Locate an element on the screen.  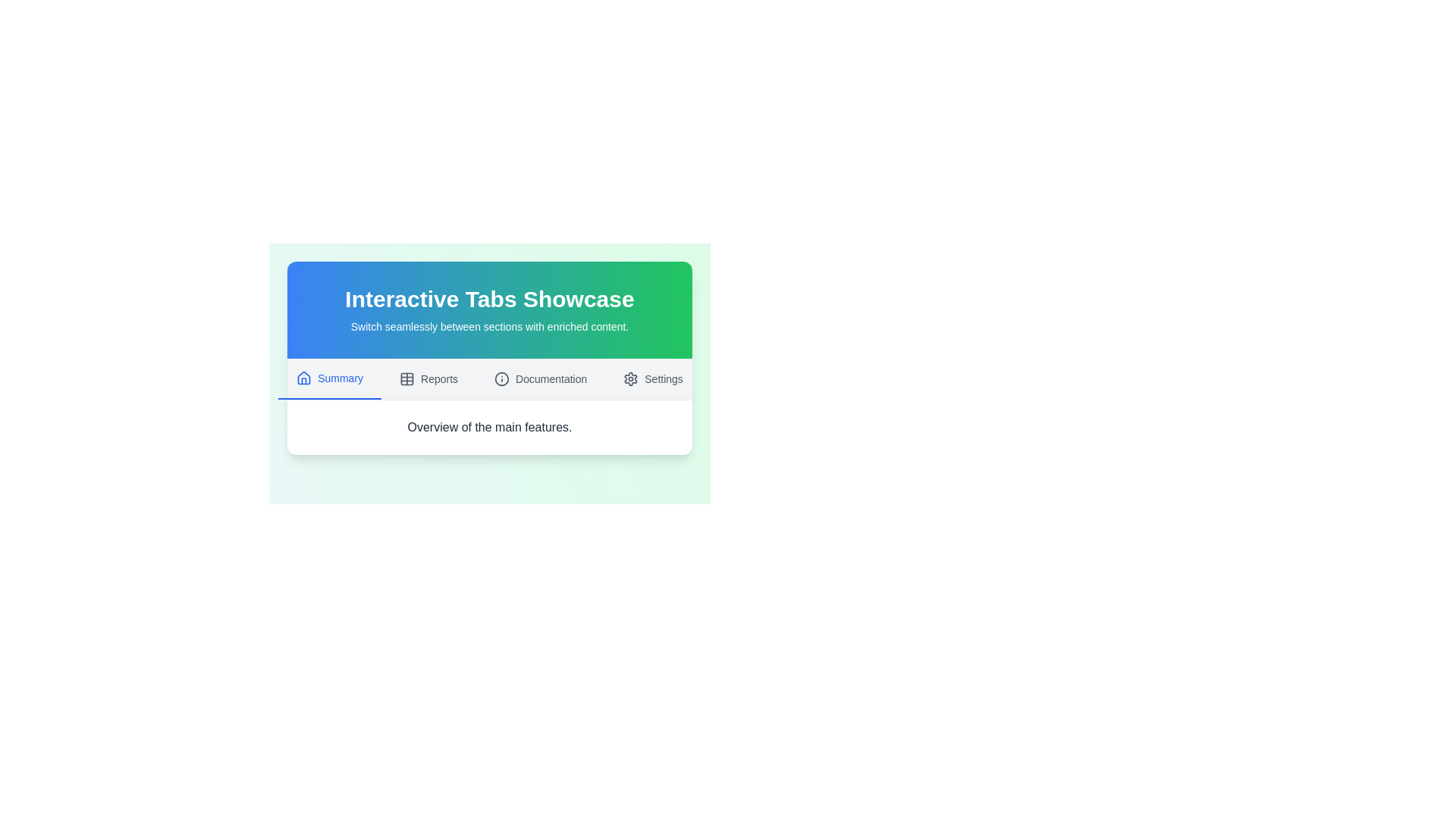
the small blue house icon located on the left side of the 'Summary' tab is located at coordinates (303, 377).